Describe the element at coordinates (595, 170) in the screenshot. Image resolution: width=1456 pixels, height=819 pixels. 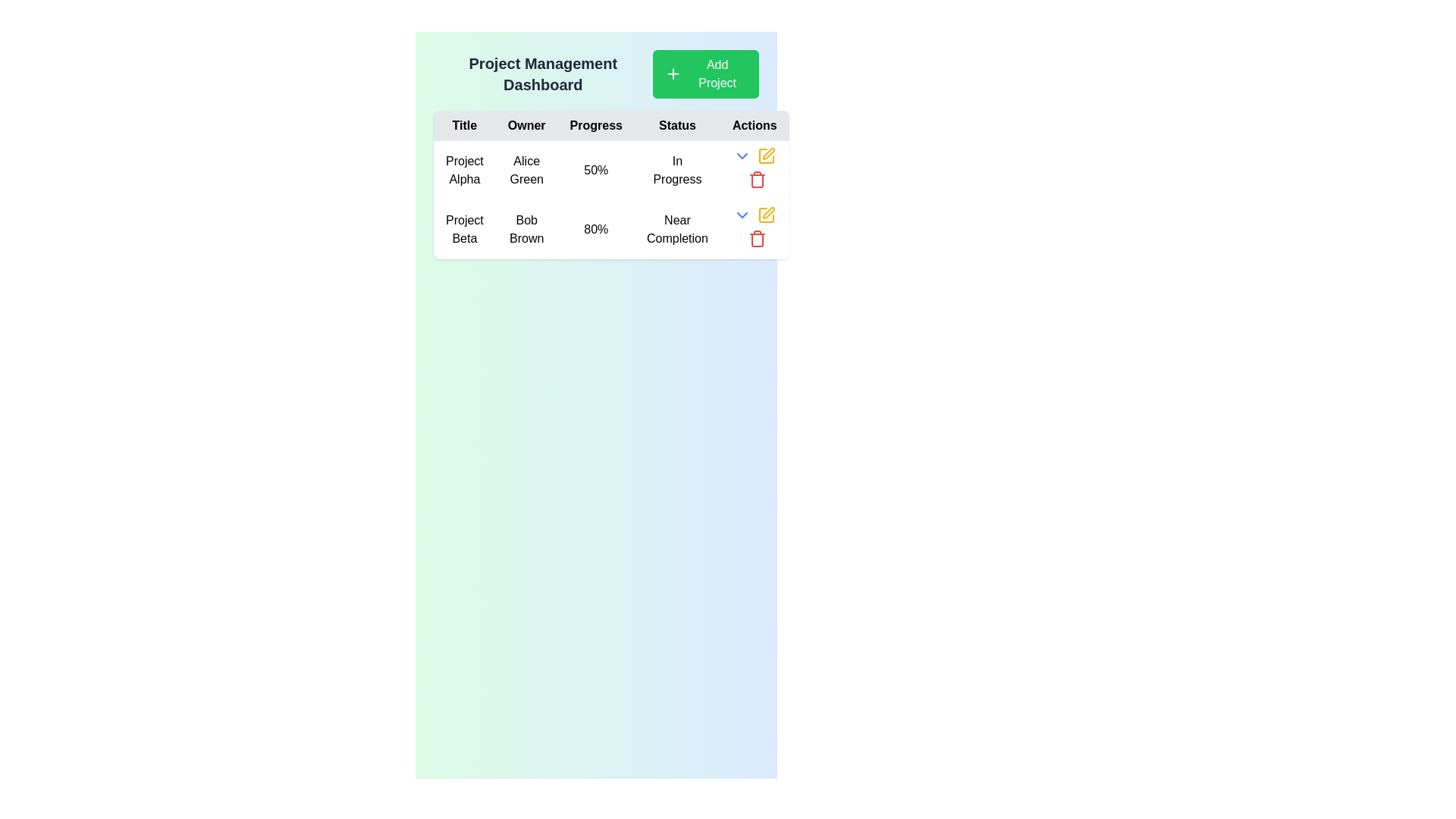
I see `the static Text label displaying the progress percentage (50%) for 'Project Alpha', located in the 'Progress' column of the table` at that location.